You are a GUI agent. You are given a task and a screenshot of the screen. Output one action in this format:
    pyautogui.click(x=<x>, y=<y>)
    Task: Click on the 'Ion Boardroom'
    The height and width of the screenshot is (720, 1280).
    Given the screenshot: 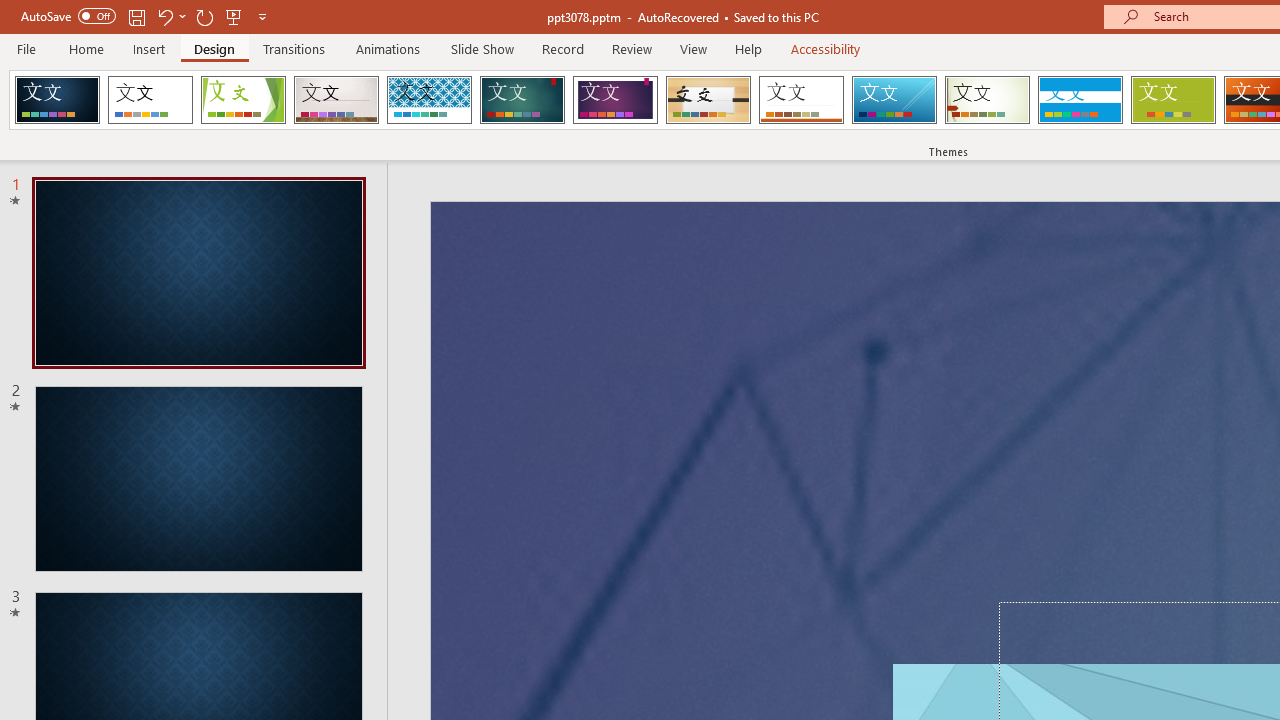 What is the action you would take?
    pyautogui.click(x=614, y=100)
    